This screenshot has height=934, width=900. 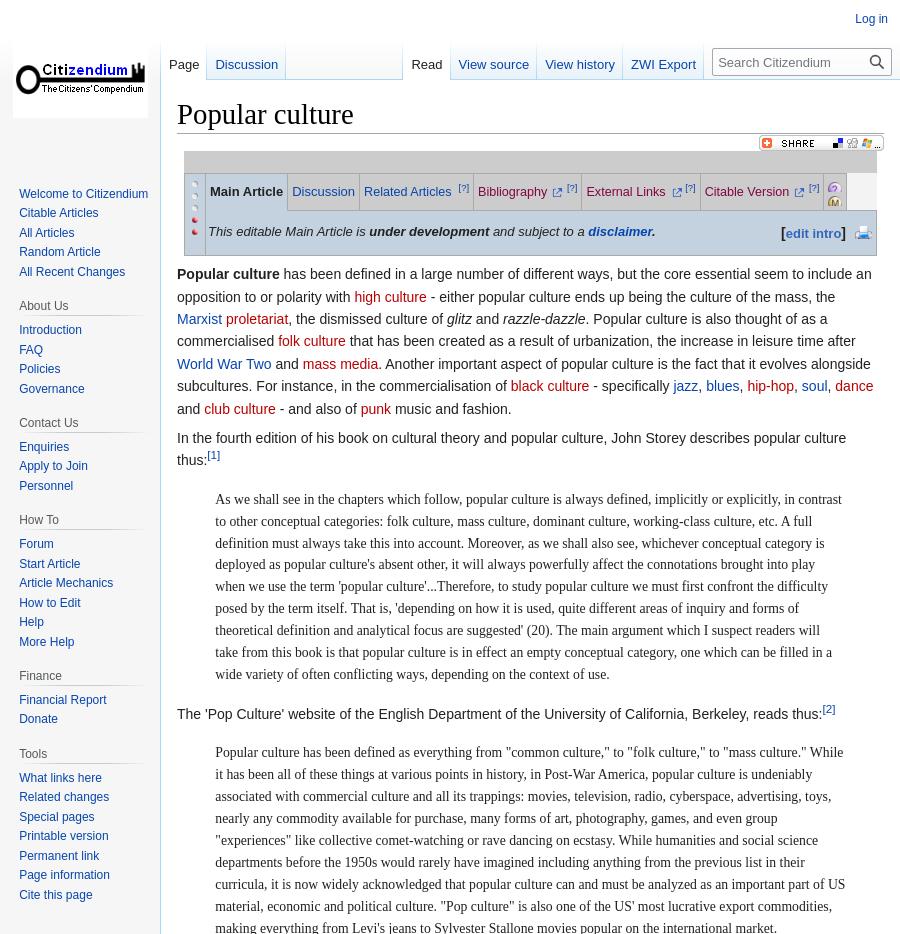 What do you see at coordinates (746, 191) in the screenshot?
I see `'Citable Version'` at bounding box center [746, 191].